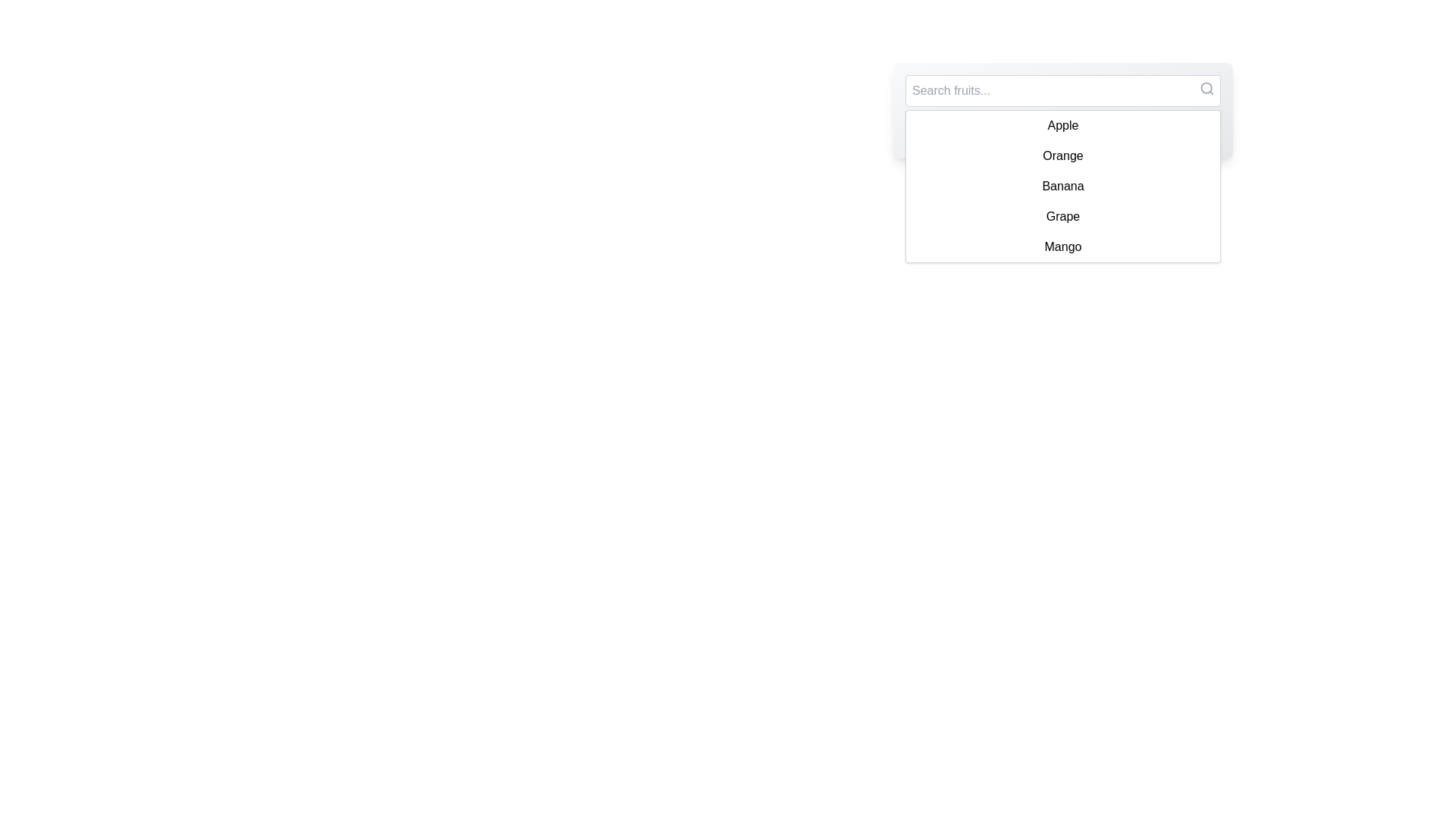  What do you see at coordinates (1062, 124) in the screenshot?
I see `the dropdown list item displaying 'Apple' to trigger its hover effect` at bounding box center [1062, 124].